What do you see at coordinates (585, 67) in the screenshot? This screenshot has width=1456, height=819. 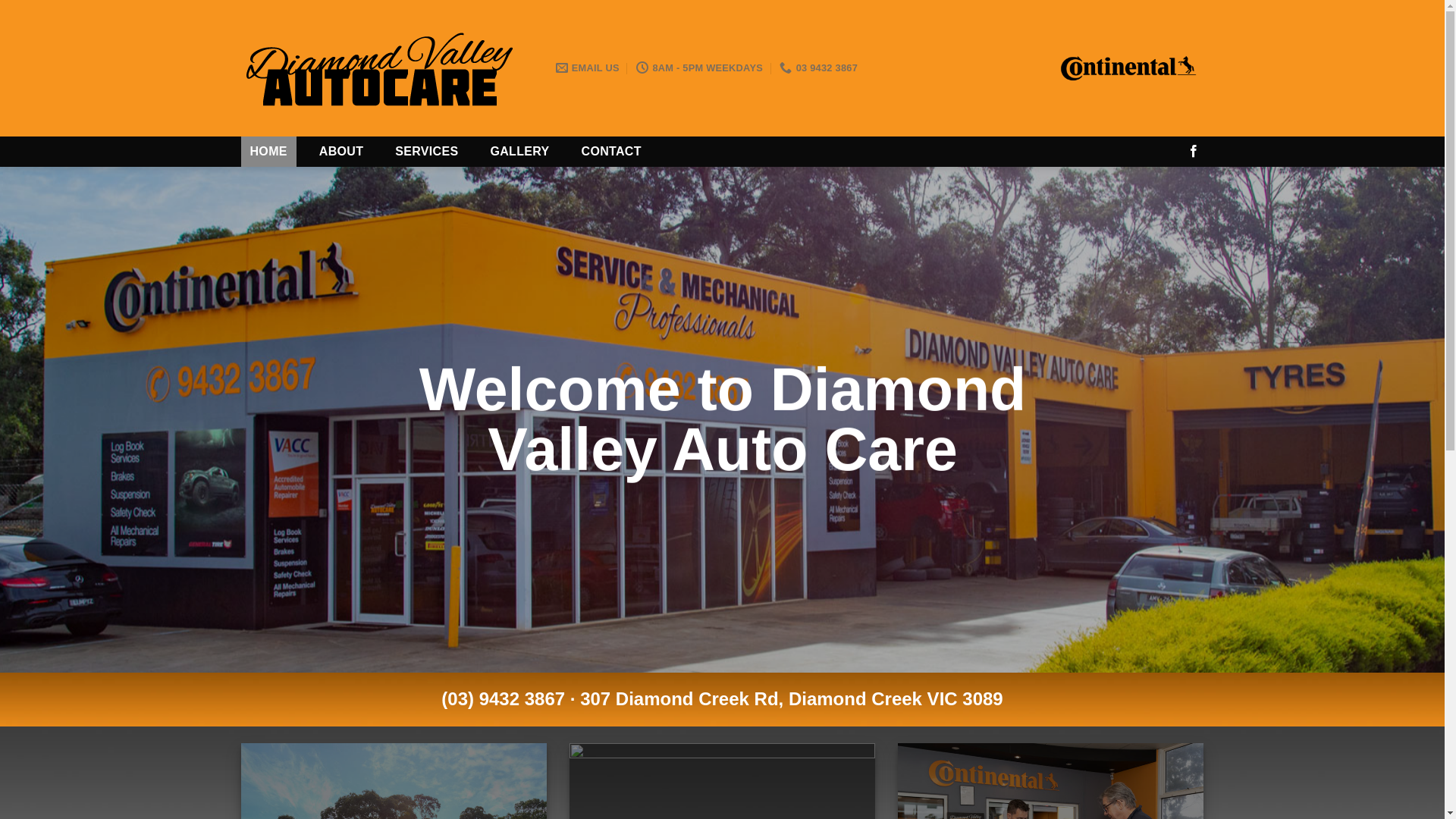 I see `'EMAIL US'` at bounding box center [585, 67].